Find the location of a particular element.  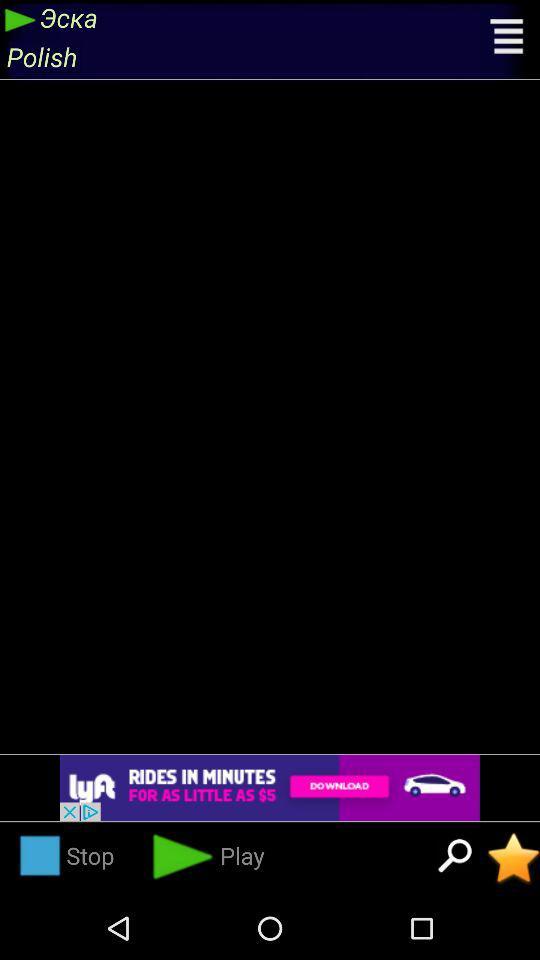

the station is located at coordinates (513, 857).